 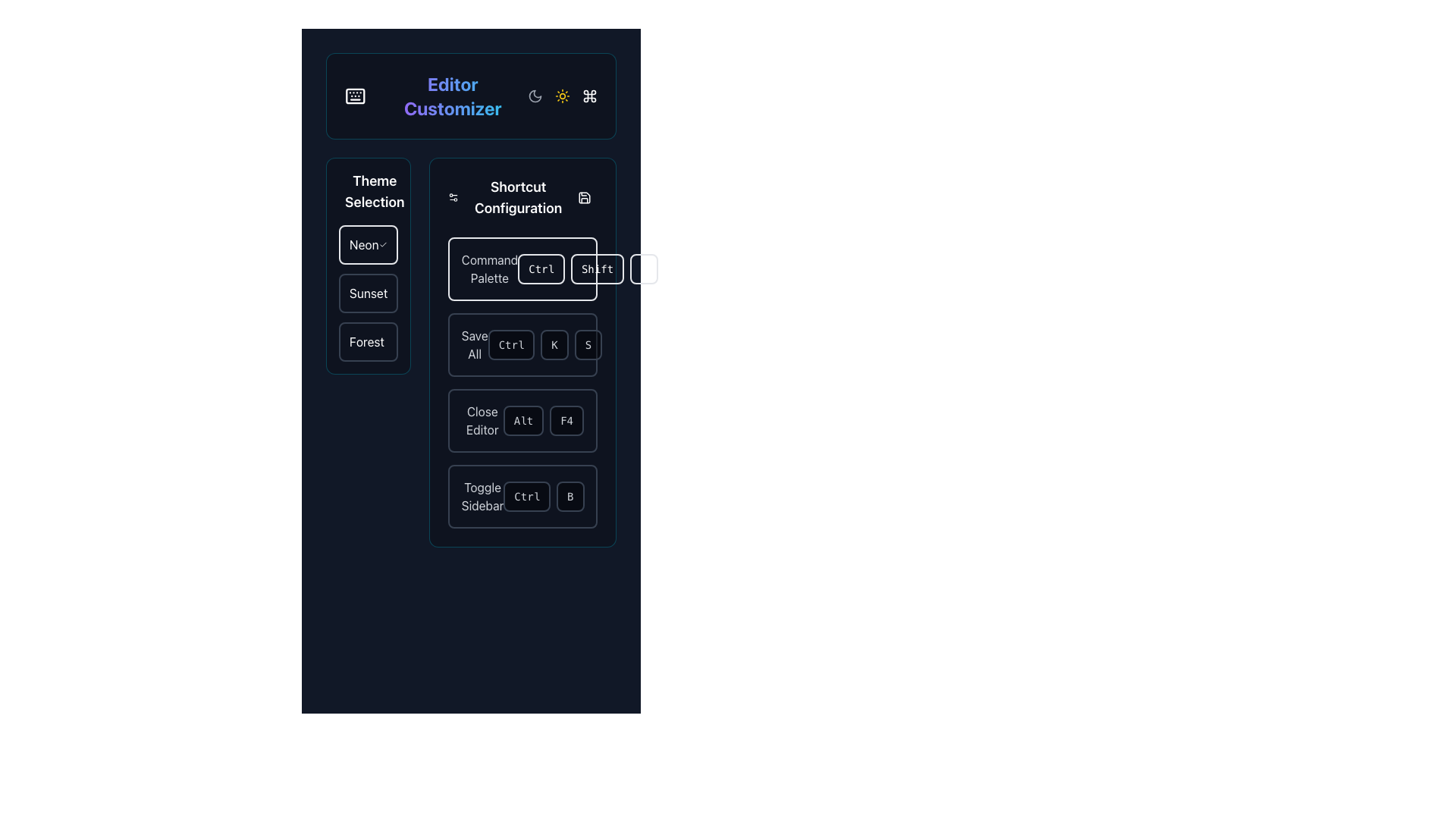 I want to click on the 'Close Editor' text label in the 'Shortcut Configuration' section, which is styled in gray color, so click(x=482, y=421).